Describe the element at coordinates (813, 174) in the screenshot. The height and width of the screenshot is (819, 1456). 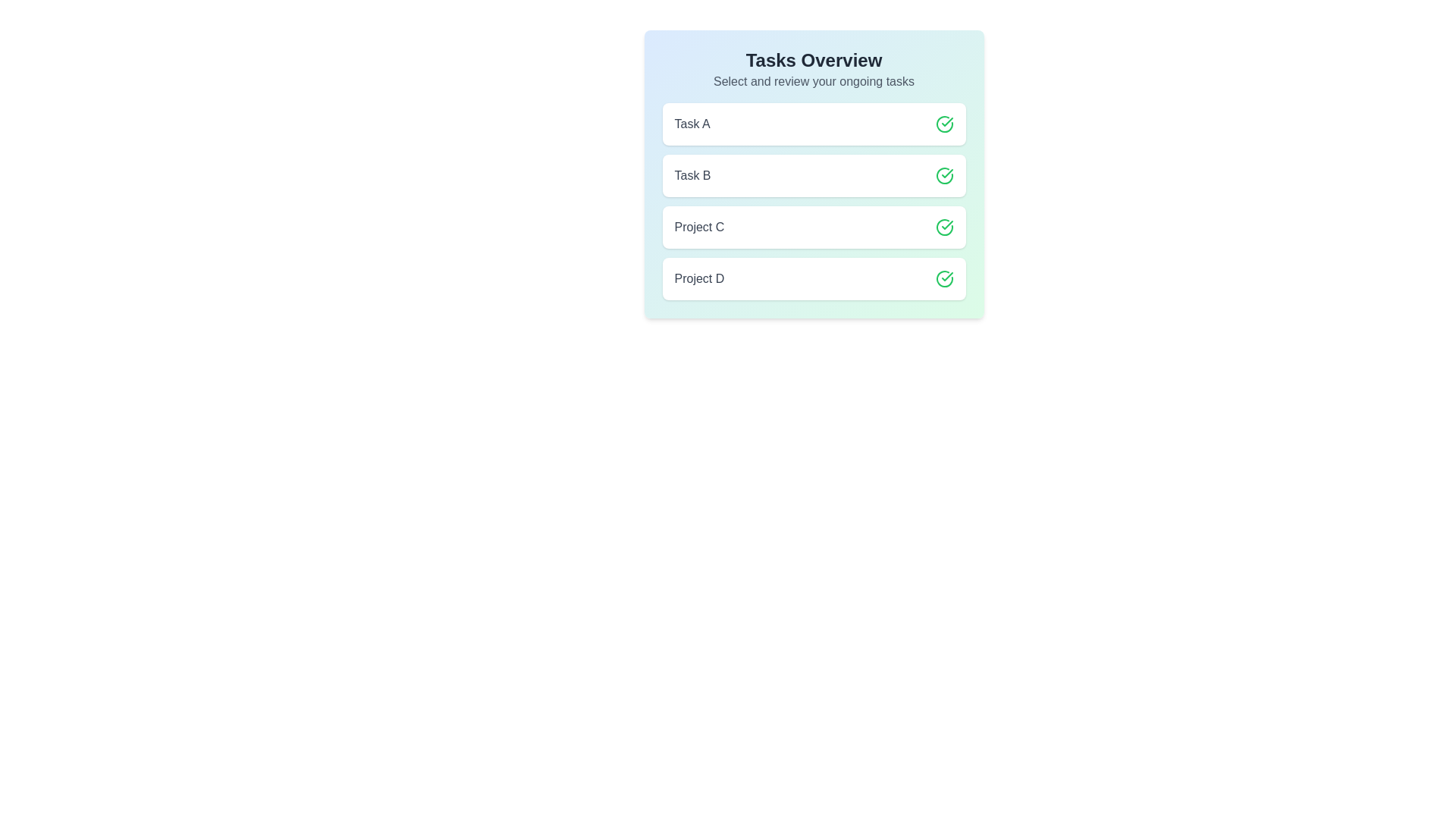
I see `the item labeled Task B to observe style changes` at that location.